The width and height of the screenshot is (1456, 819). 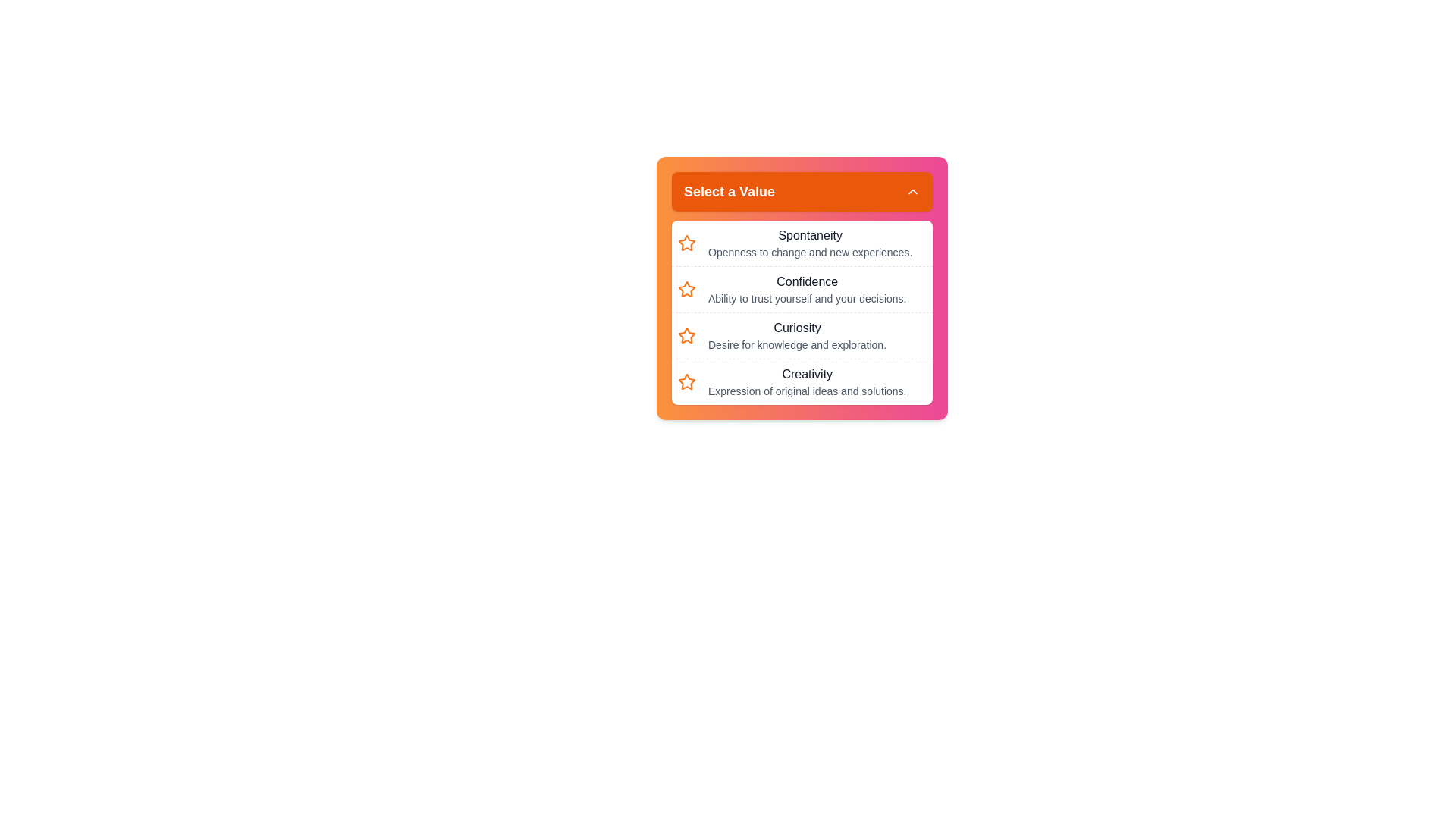 I want to click on the fourth list item labeled 'Creativity', so click(x=801, y=381).